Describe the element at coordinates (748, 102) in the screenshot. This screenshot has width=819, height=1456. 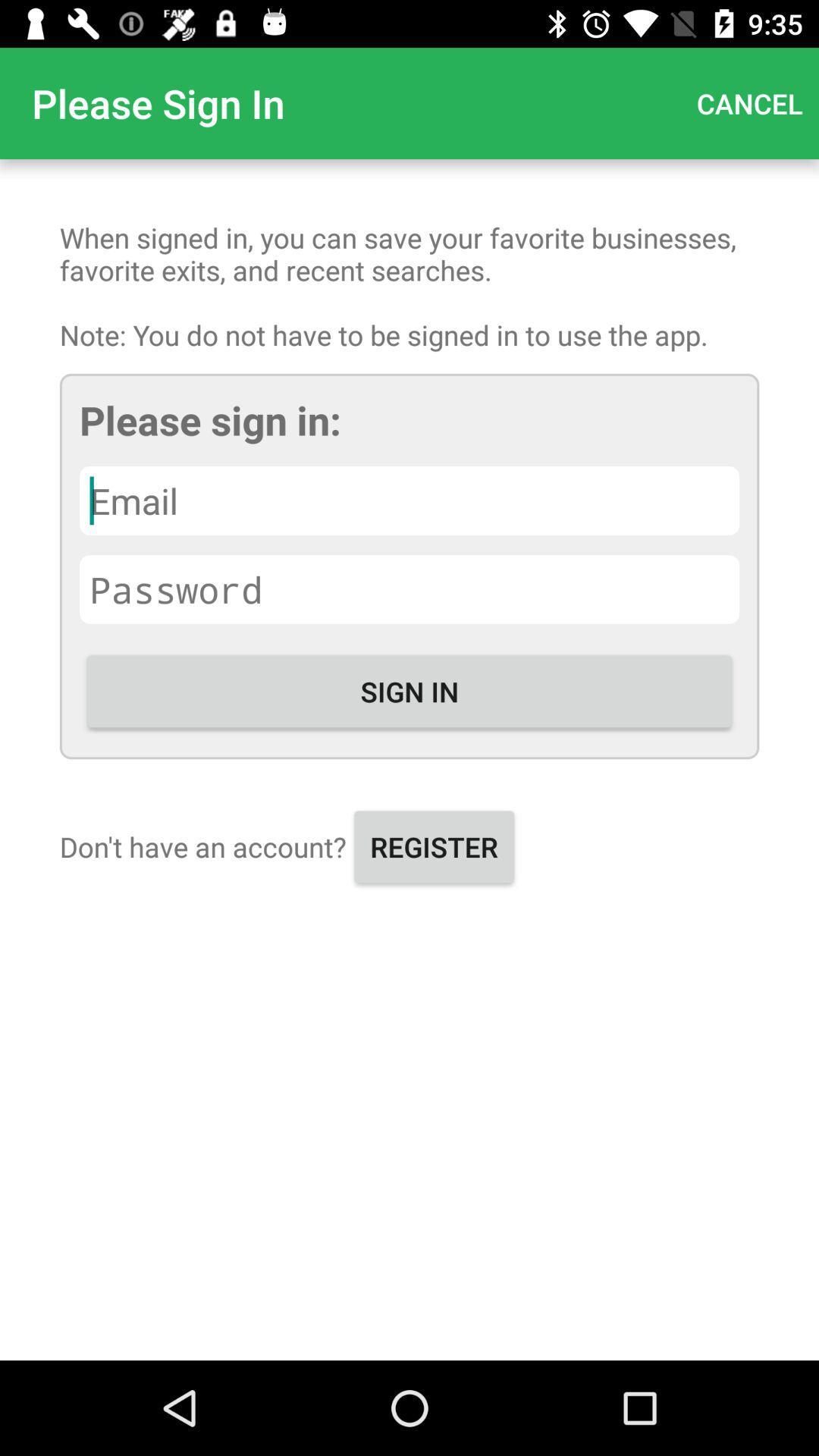
I see `the app next to please sign in item` at that location.